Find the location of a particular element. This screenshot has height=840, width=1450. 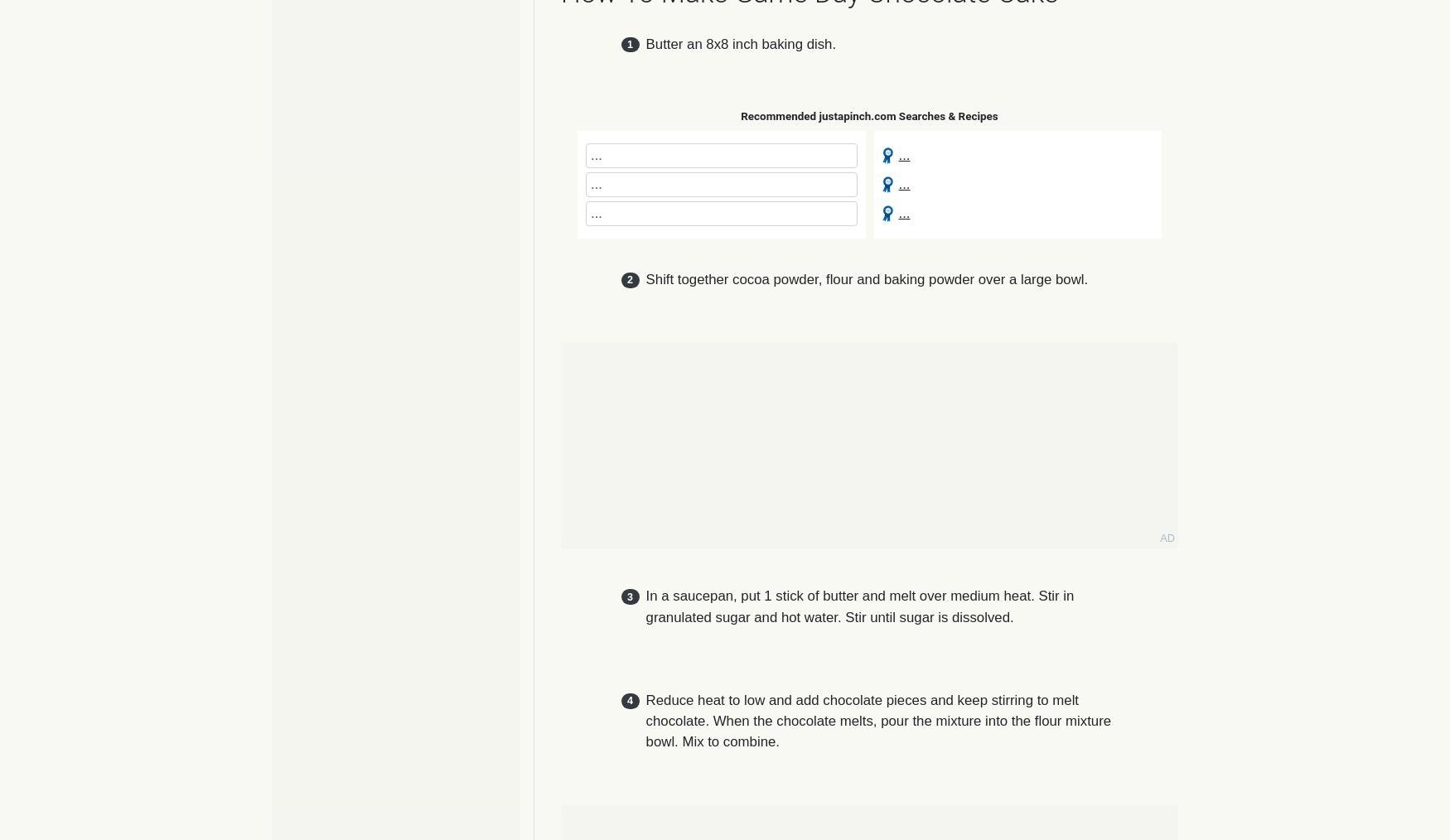

'& Recipes' is located at coordinates (946, 115).